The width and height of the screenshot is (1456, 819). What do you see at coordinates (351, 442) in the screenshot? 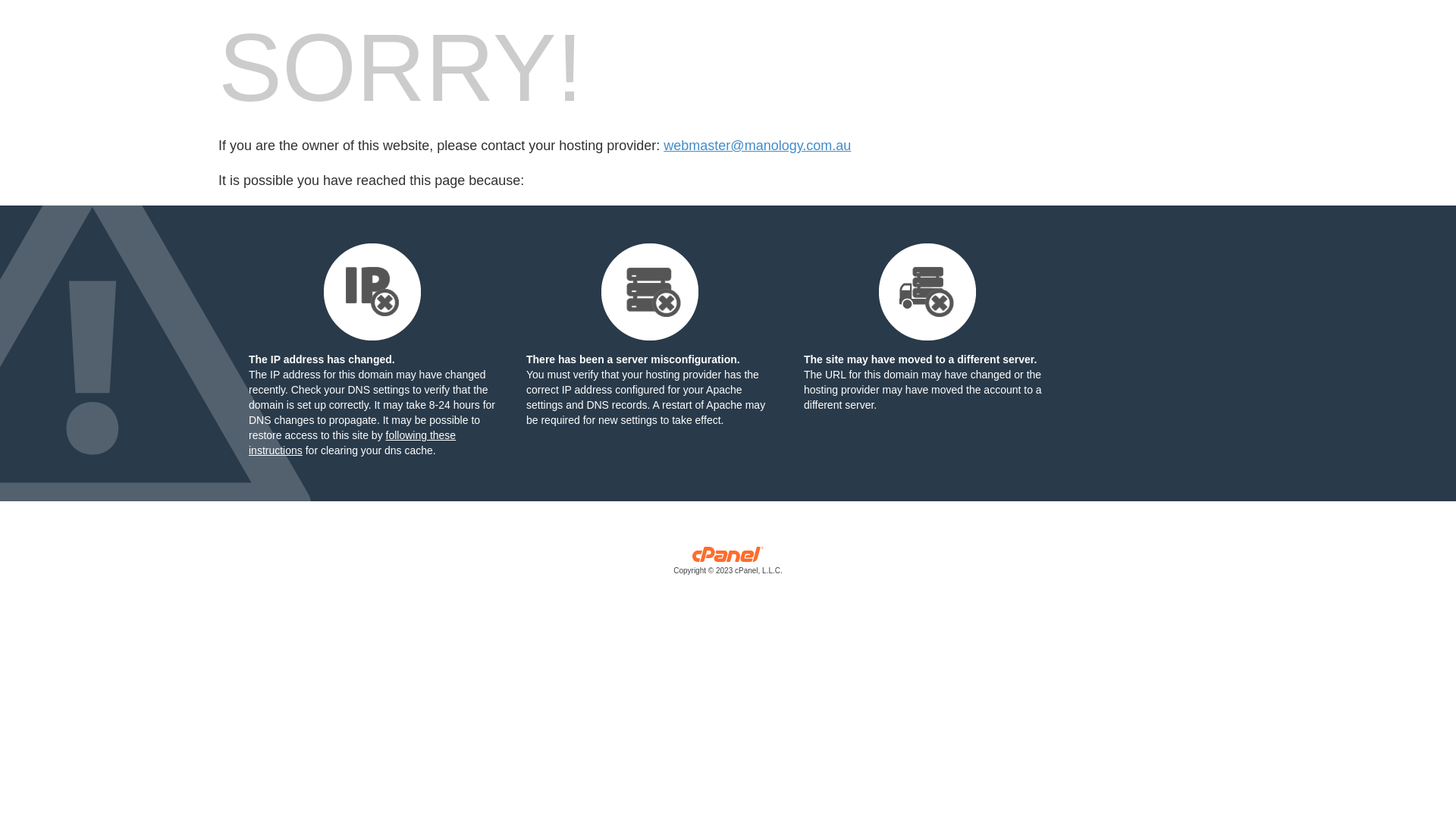
I see `'following these instructions'` at bounding box center [351, 442].